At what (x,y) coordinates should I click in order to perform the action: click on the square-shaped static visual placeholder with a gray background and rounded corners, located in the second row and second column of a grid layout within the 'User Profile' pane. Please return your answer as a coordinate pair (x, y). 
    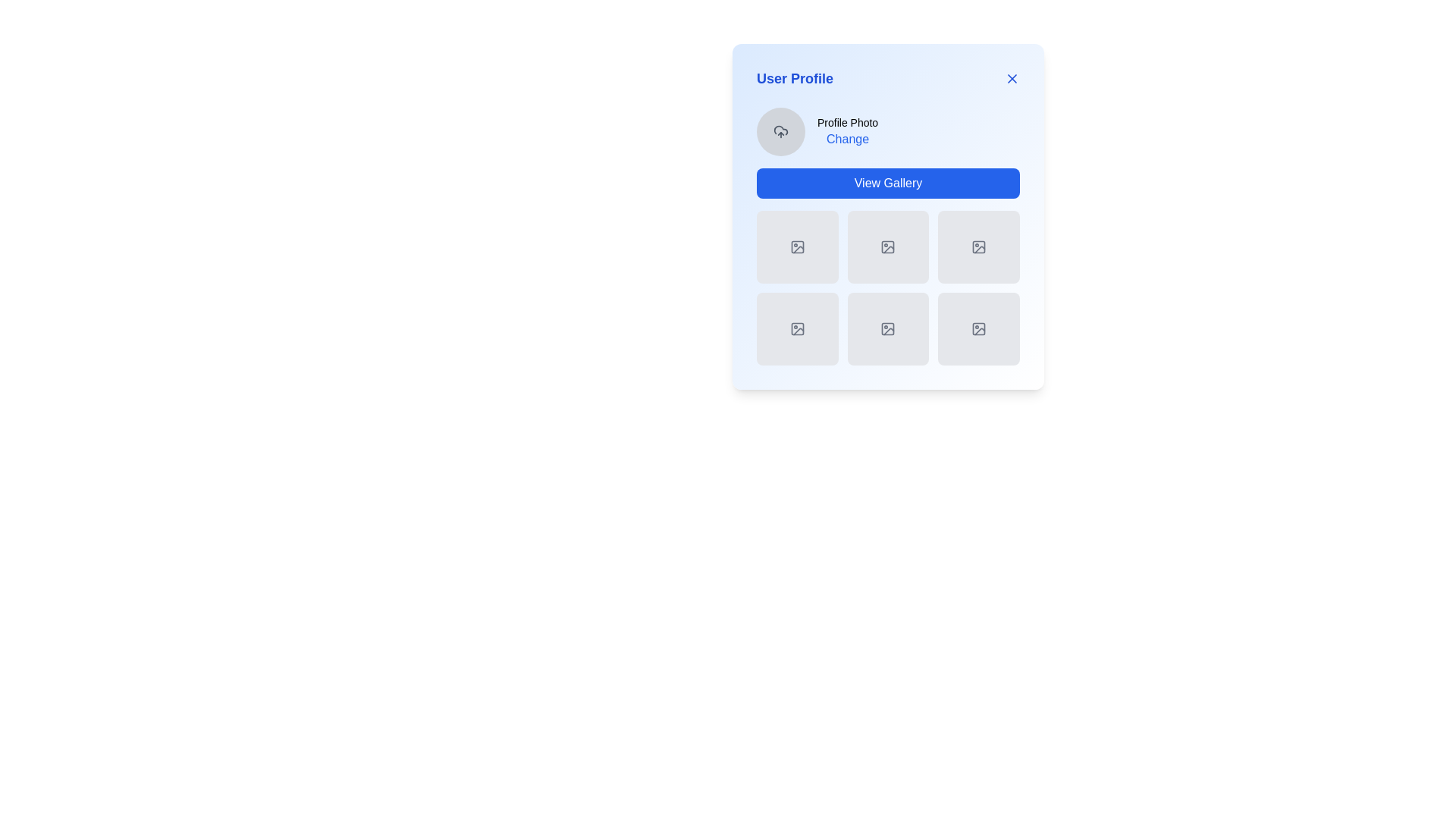
    Looking at the image, I should click on (888, 328).